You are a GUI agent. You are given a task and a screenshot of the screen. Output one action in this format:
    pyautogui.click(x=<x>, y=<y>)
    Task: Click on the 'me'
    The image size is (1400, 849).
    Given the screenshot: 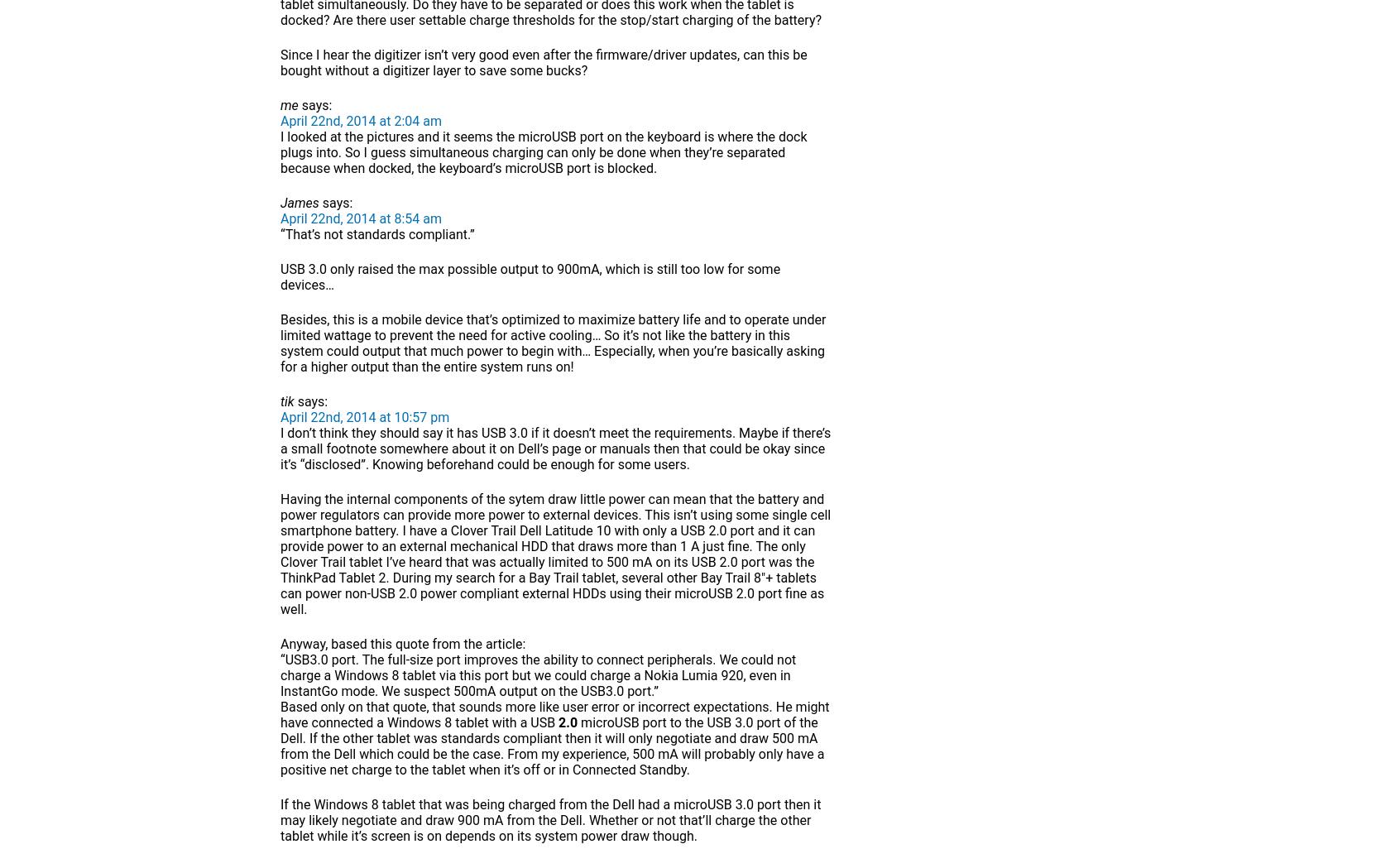 What is the action you would take?
    pyautogui.click(x=280, y=105)
    